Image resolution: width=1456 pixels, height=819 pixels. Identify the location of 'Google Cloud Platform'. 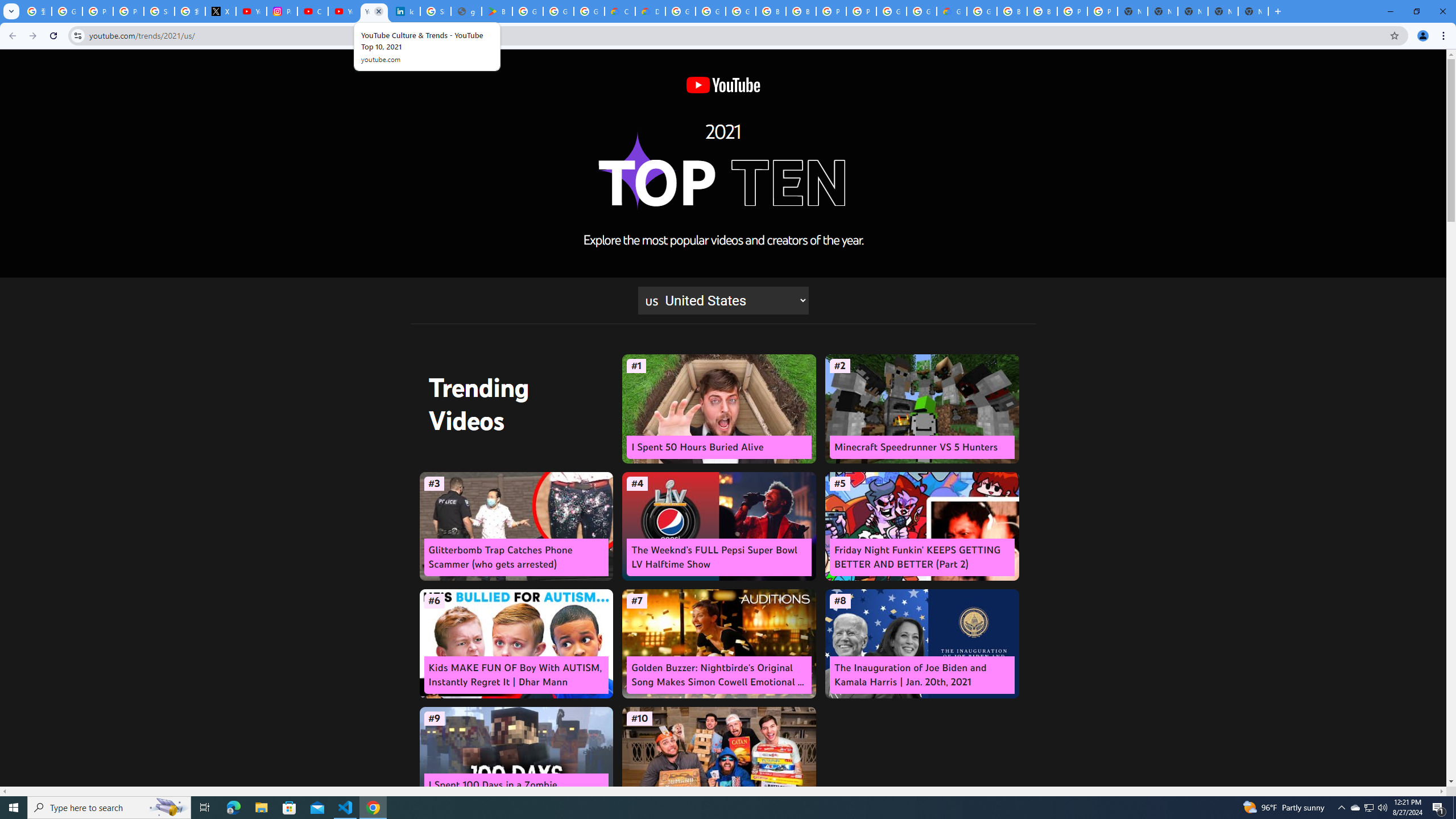
(921, 11).